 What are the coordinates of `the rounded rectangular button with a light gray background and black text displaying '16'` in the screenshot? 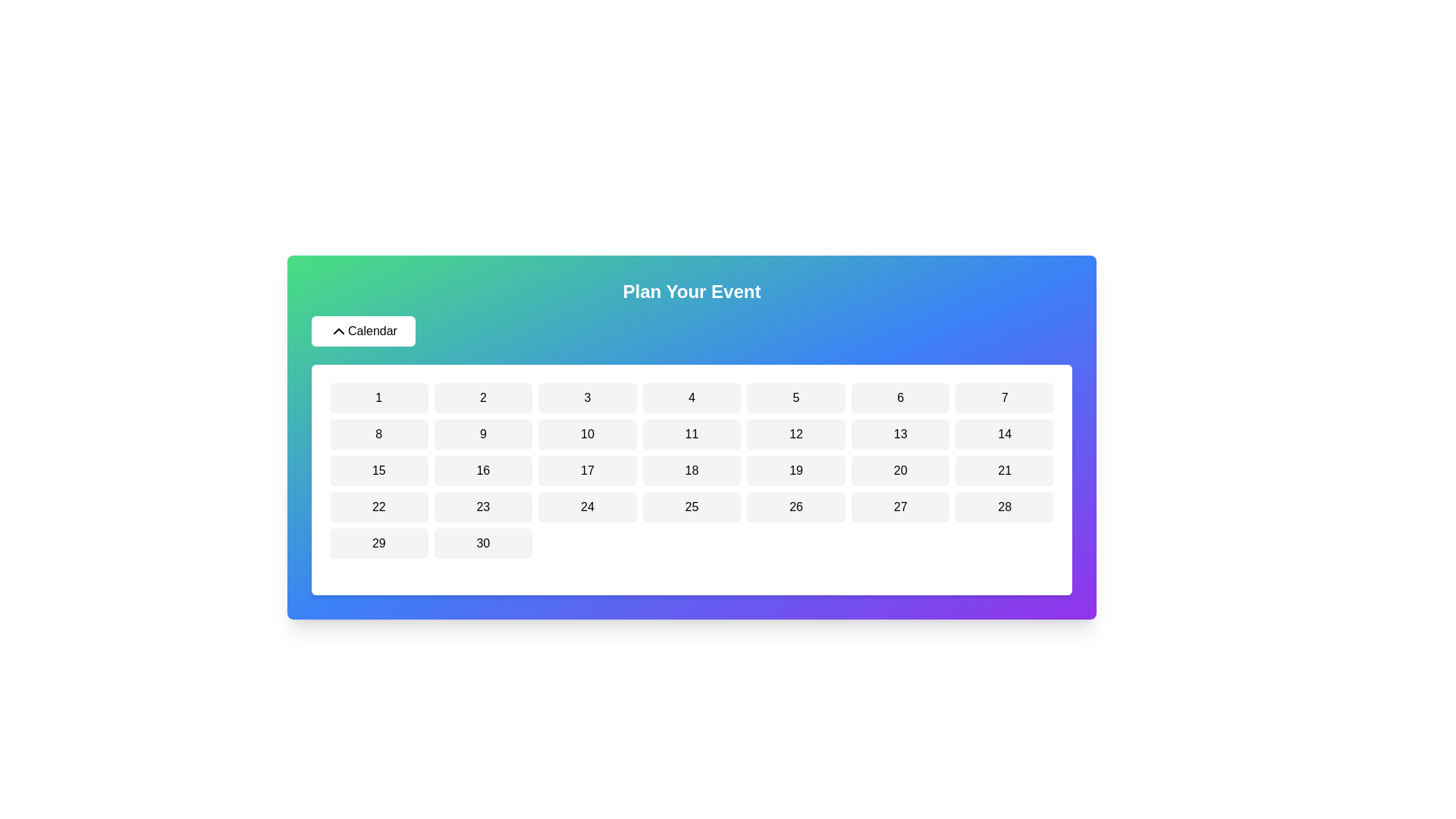 It's located at (482, 470).